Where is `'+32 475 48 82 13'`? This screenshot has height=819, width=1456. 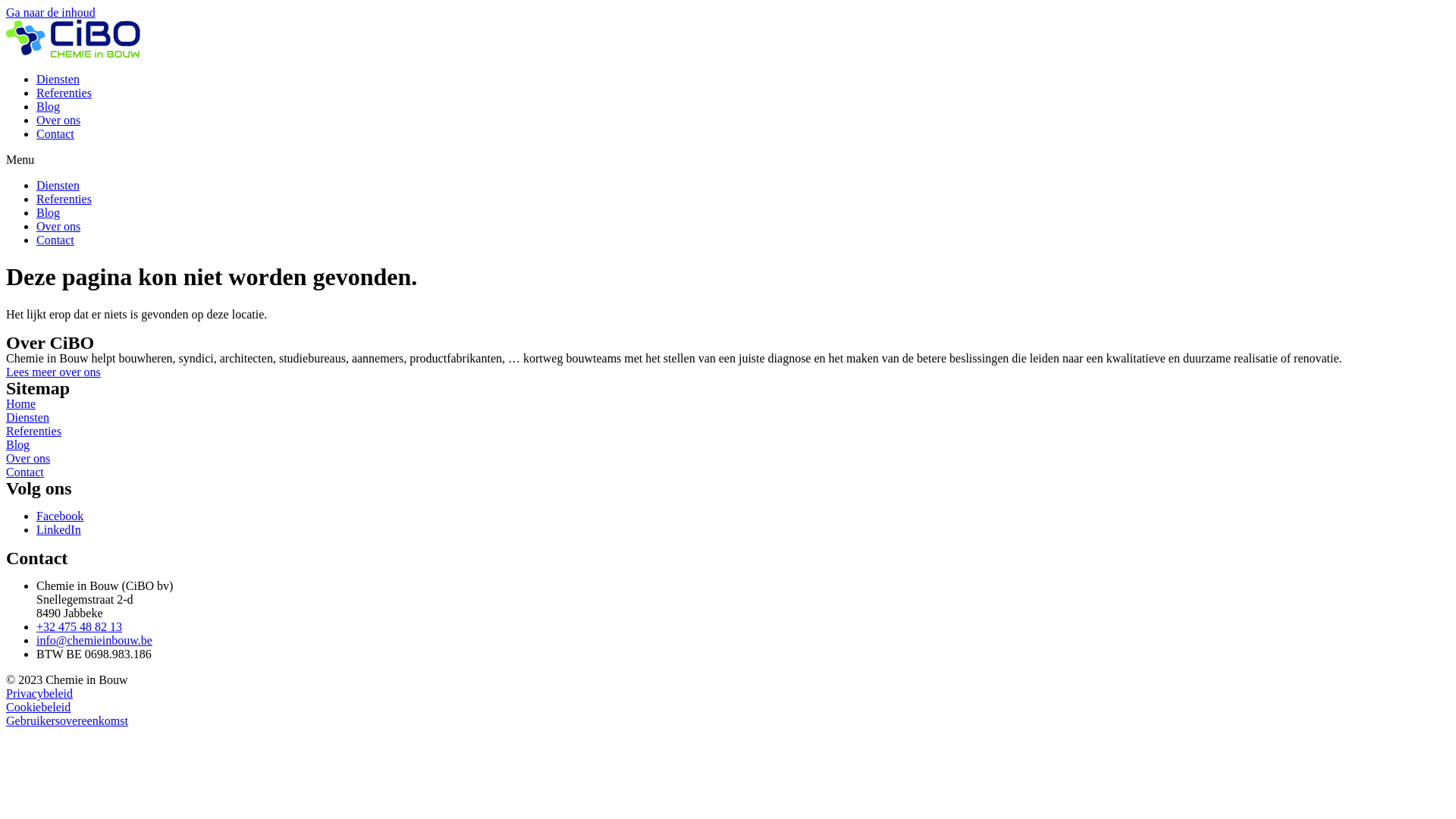 '+32 475 48 82 13' is located at coordinates (36, 626).